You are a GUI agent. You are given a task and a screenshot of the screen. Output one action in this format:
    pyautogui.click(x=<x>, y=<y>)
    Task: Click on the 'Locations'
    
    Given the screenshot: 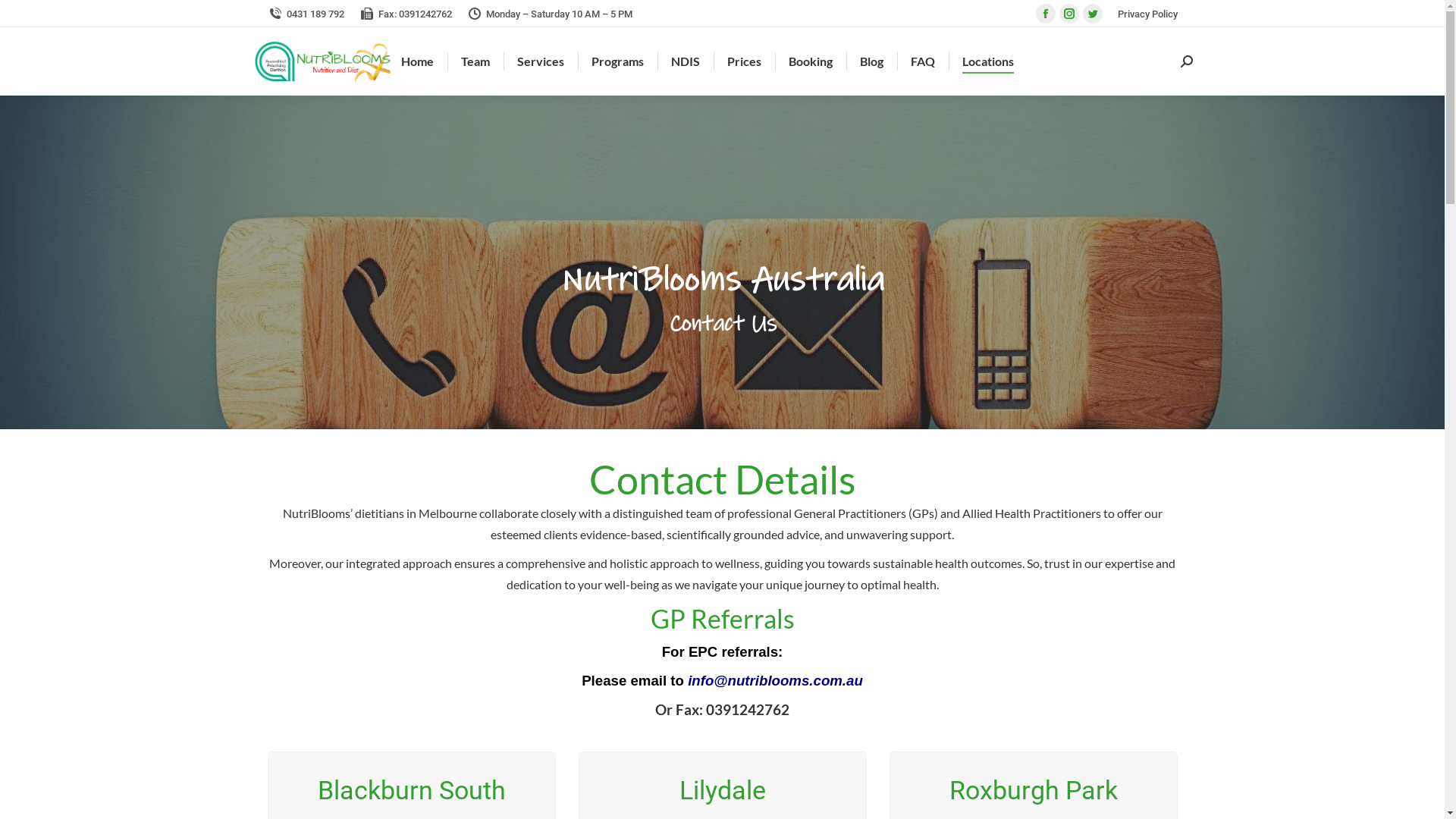 What is the action you would take?
    pyautogui.click(x=987, y=61)
    